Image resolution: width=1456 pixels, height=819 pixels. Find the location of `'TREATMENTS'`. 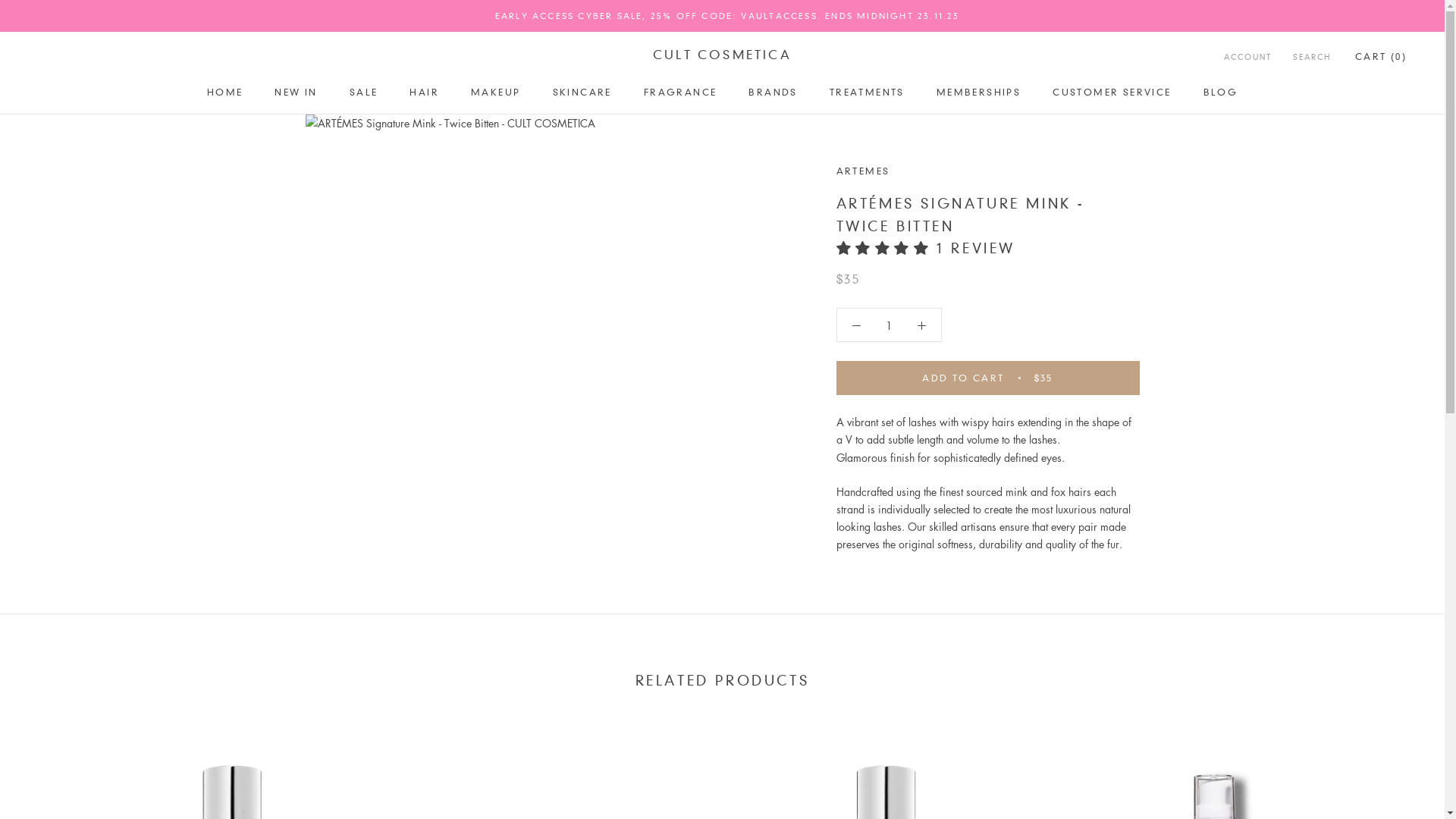

'TREATMENTS' is located at coordinates (867, 92).